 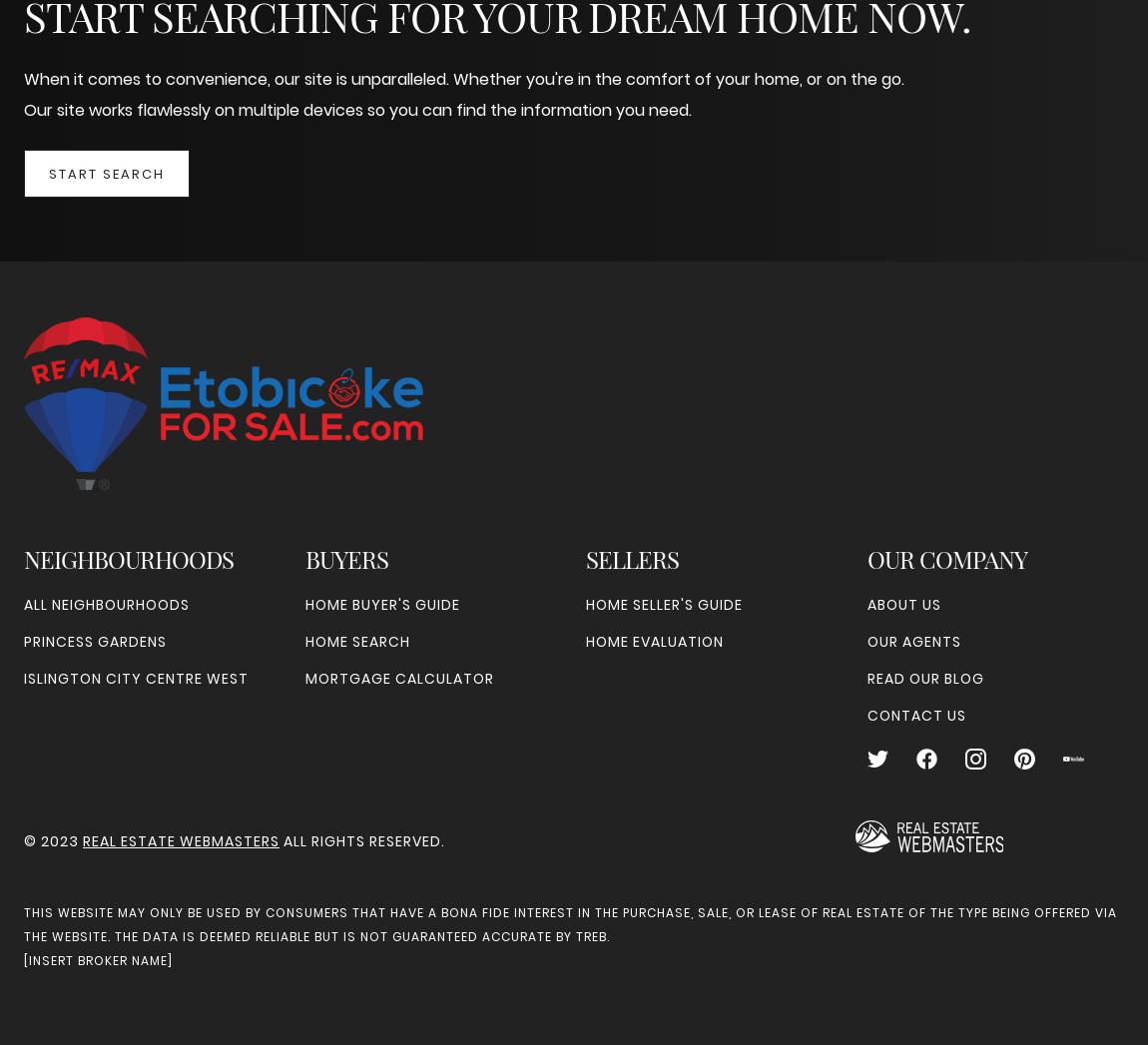 What do you see at coordinates (381, 604) in the screenshot?
I see `'Home Buyer's Guide'` at bounding box center [381, 604].